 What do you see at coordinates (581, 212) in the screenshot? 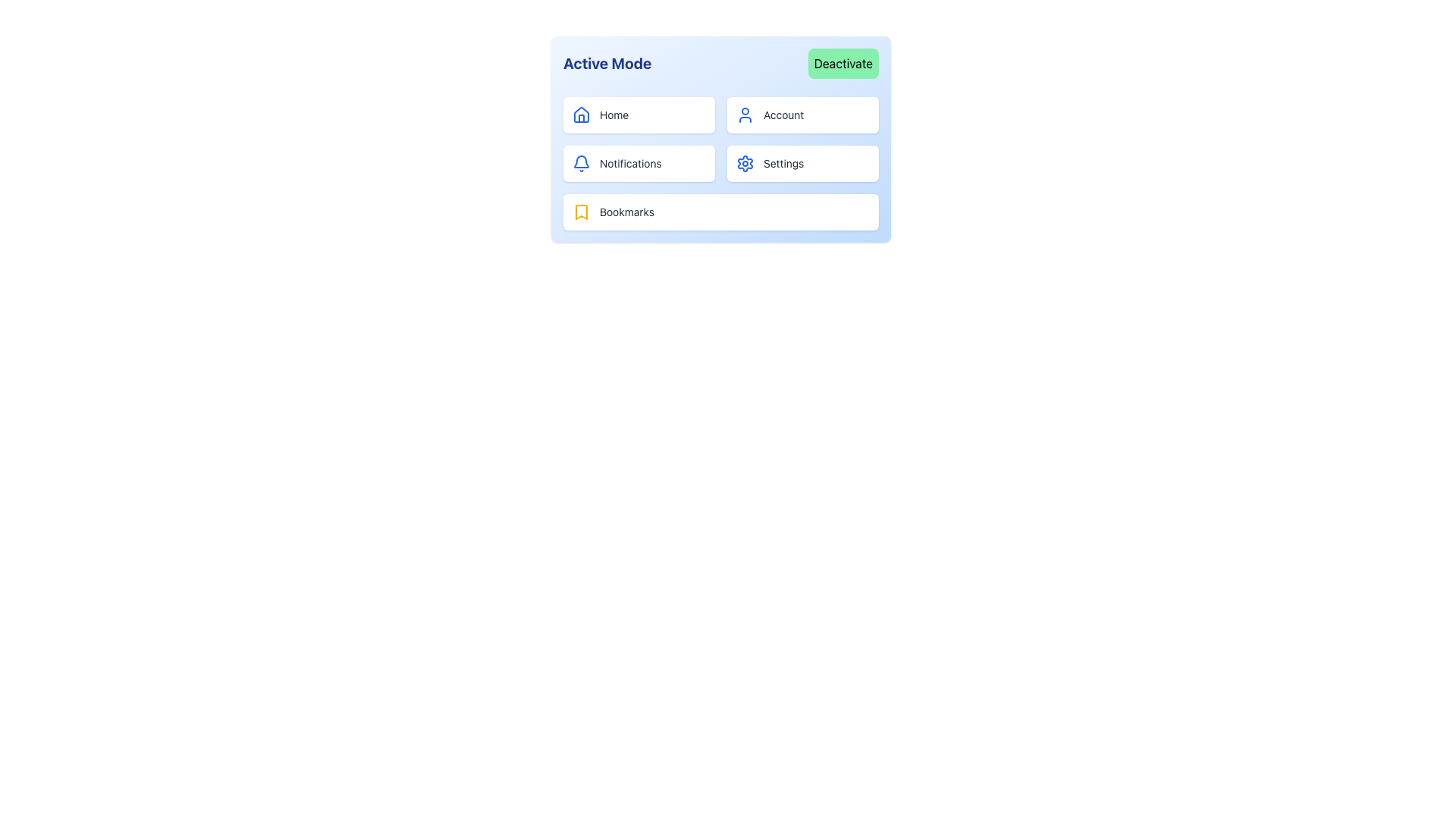
I see `the bookmark icon located at the bottom left corner of the 'Active Mode' blue box, which is next to the text label for 'Bookmarks'` at bounding box center [581, 212].